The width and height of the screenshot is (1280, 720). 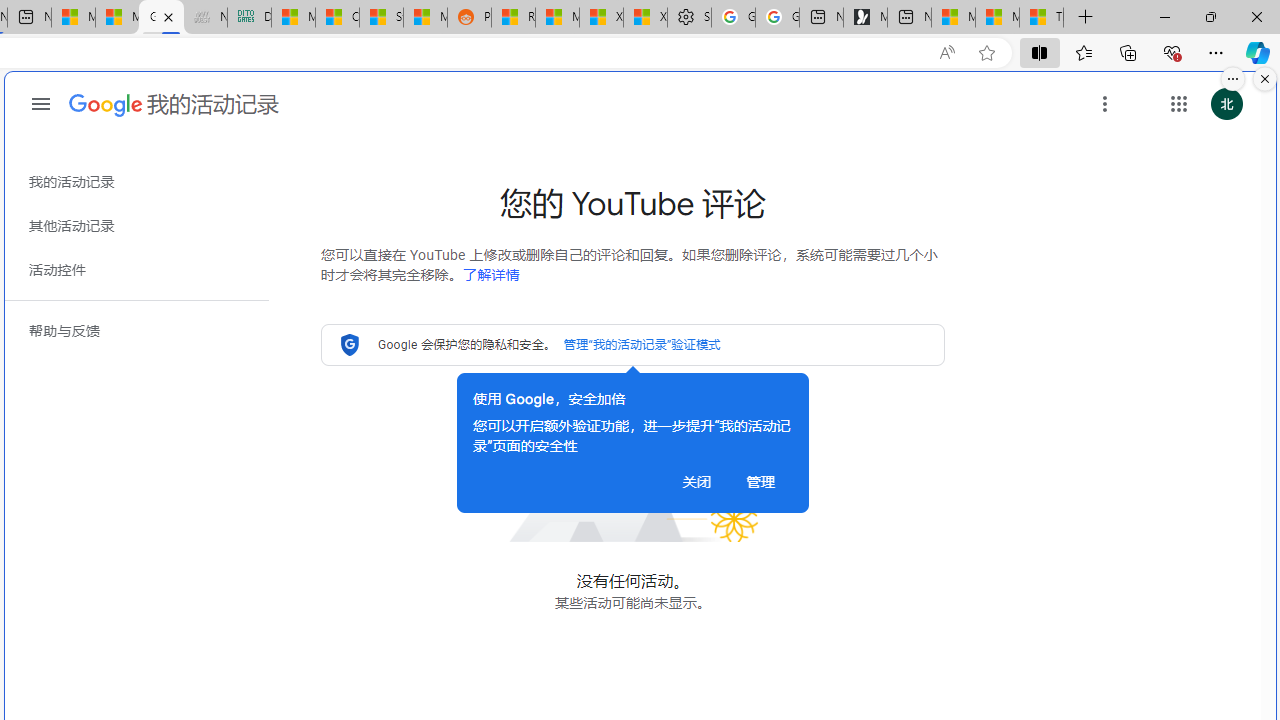 I want to click on 'Favorites', so click(x=1082, y=51).